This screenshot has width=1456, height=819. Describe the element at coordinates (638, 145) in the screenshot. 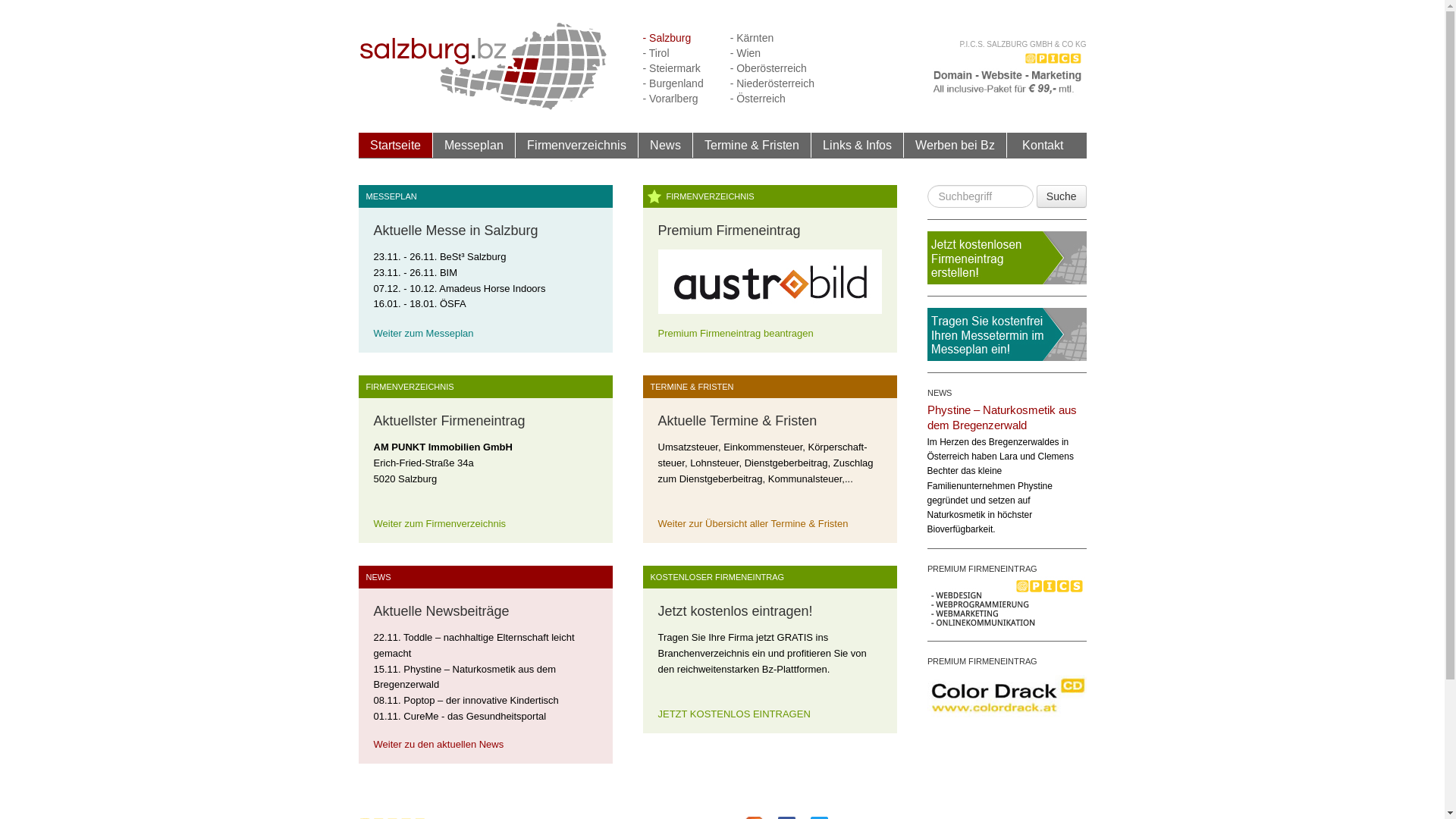

I see `'News'` at that location.